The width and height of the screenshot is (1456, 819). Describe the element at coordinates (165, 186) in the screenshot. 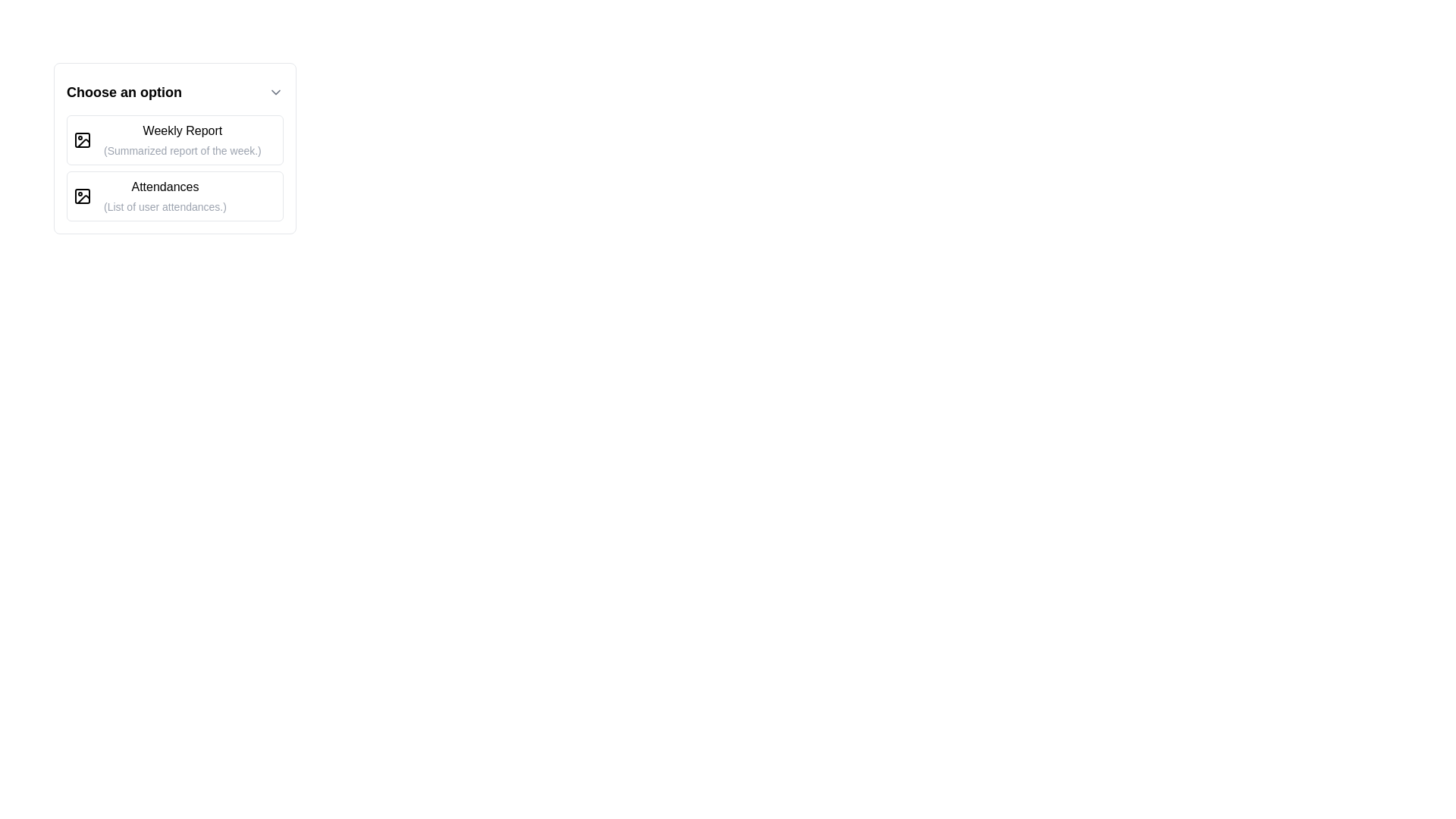

I see `text label displaying 'Attendances', which is a bold, sans-serif font and positioned prominently next to an icon, located below 'Weekly Report'` at that location.